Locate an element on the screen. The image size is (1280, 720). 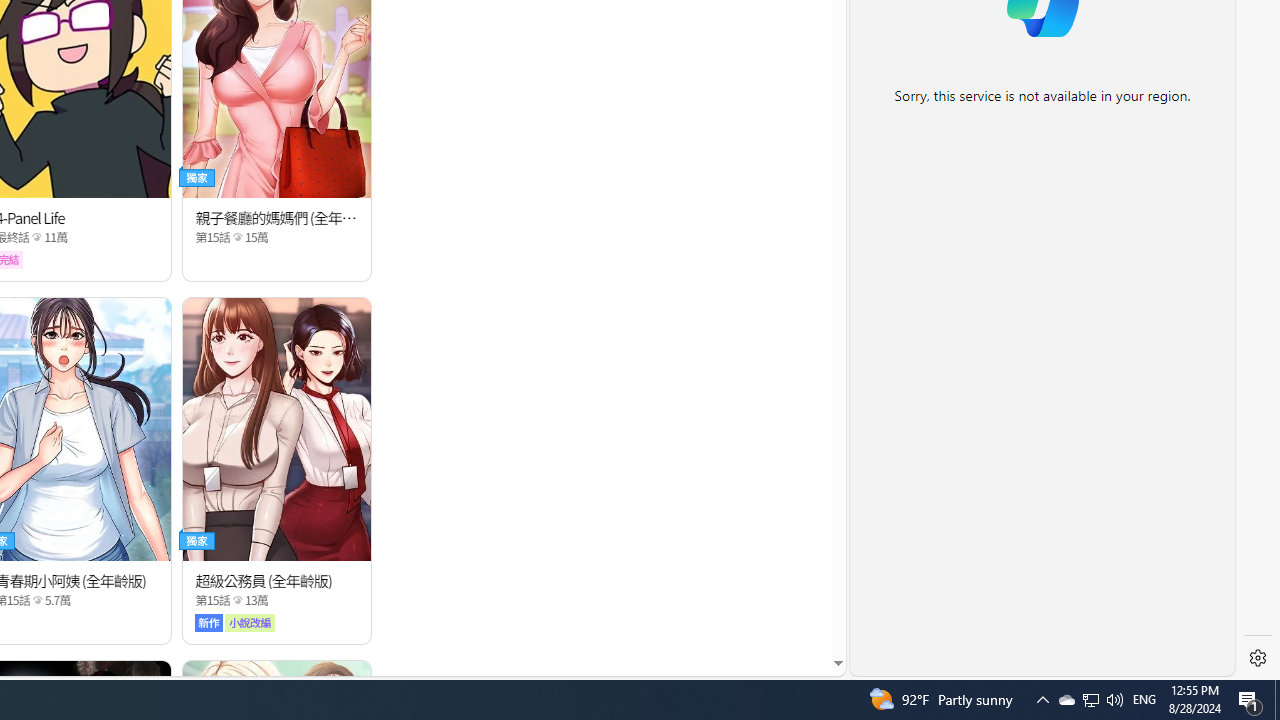
'Settings' is located at coordinates (1257, 658).